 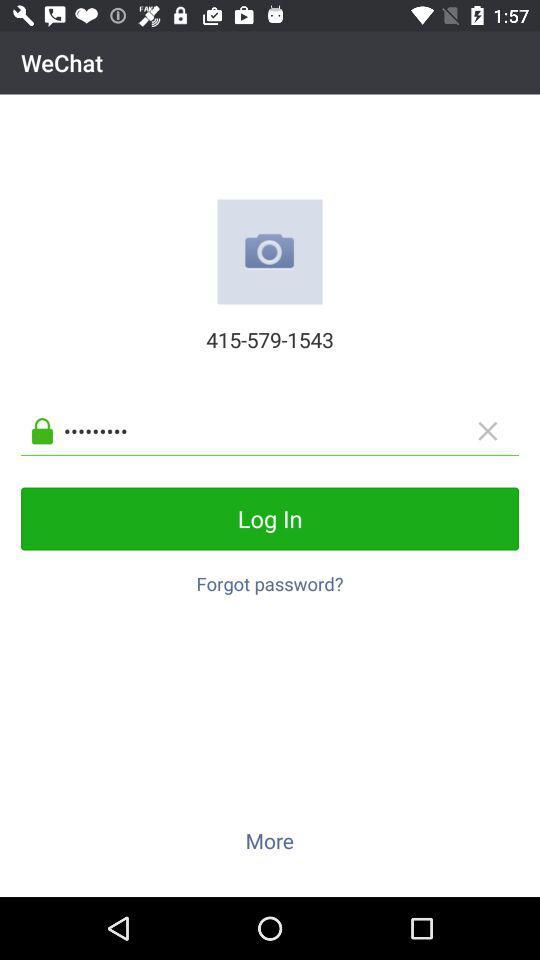 I want to click on button above the more icon, so click(x=270, y=578).